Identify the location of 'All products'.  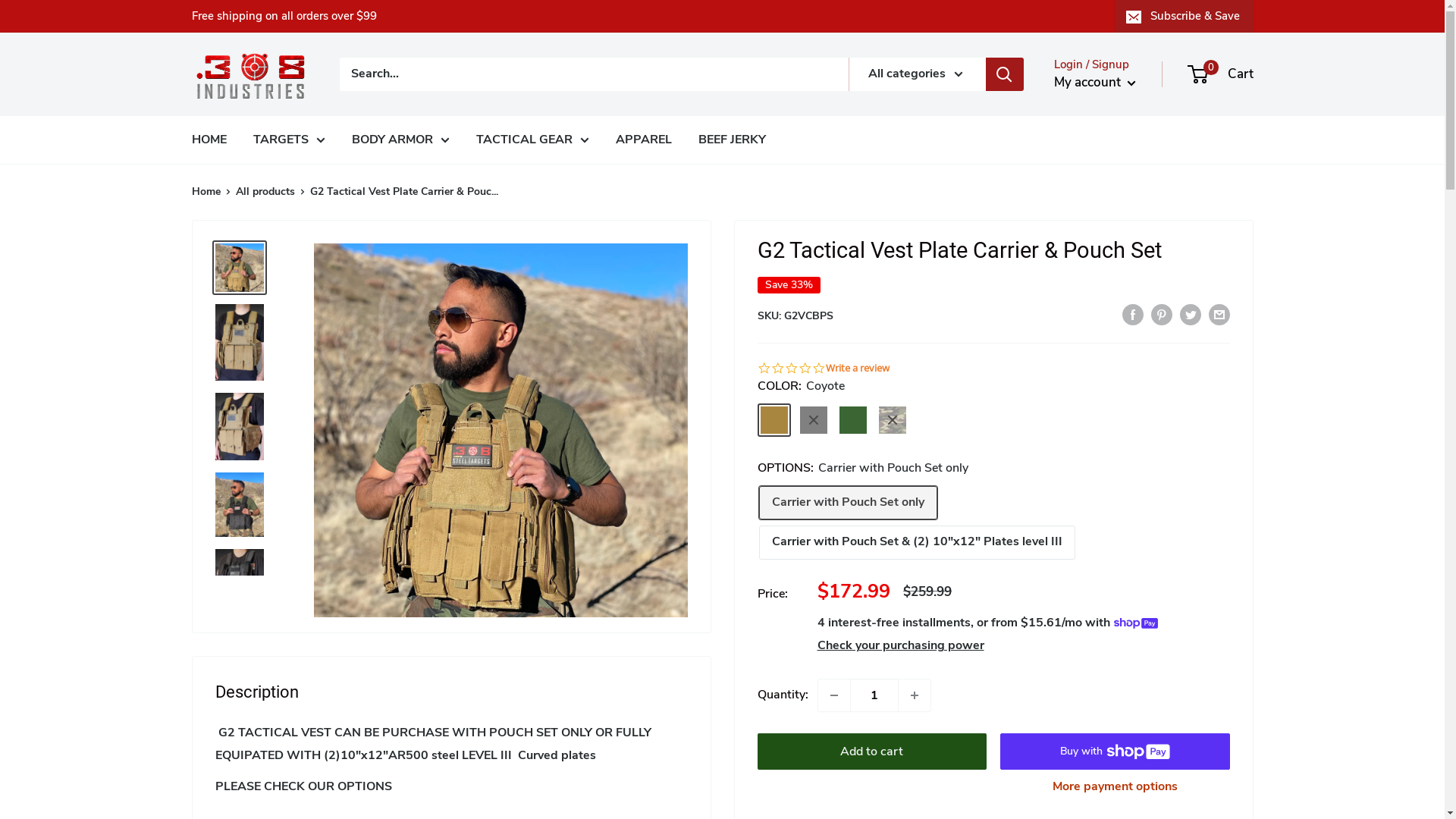
(234, 190).